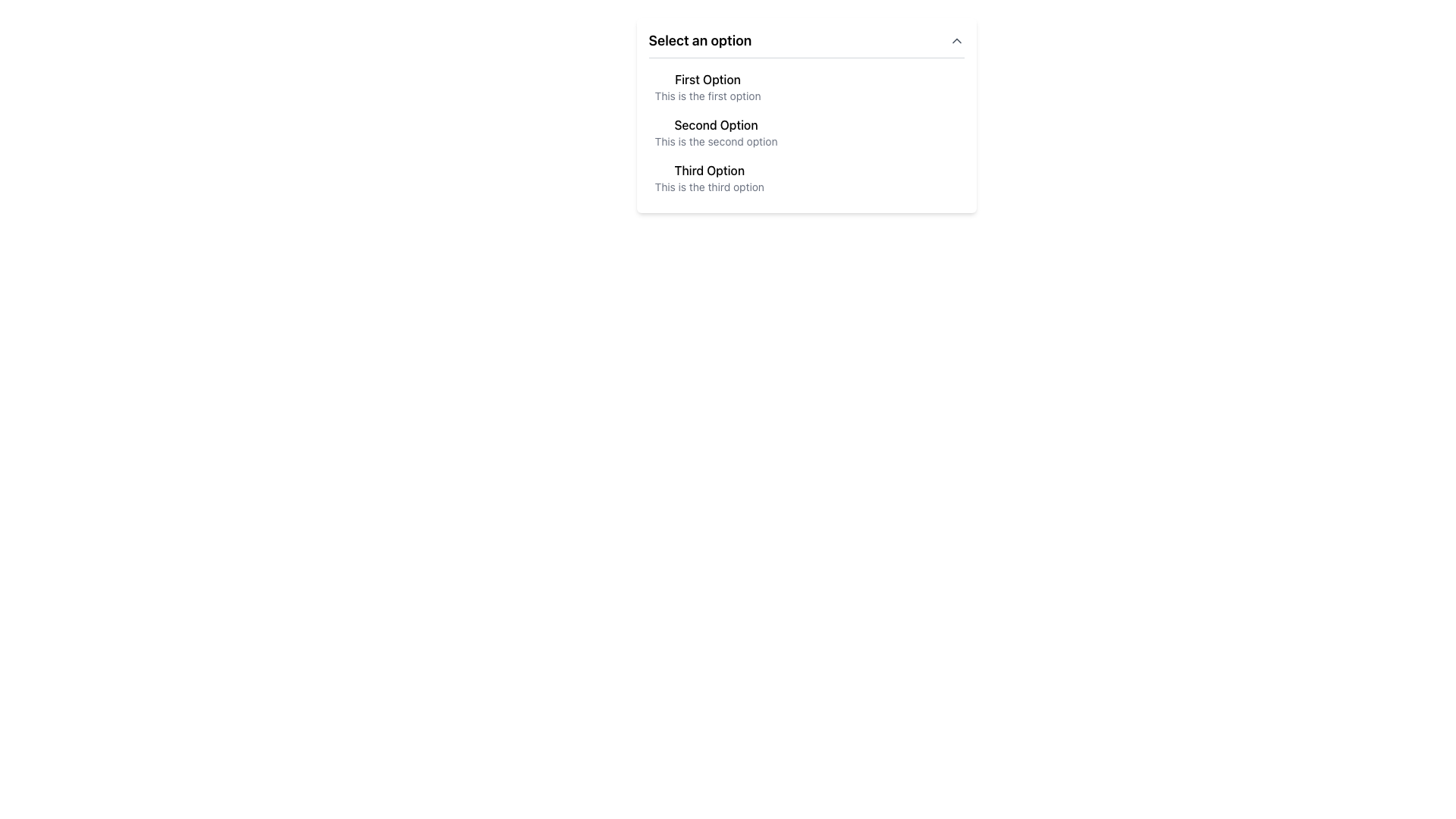 This screenshot has height=819, width=1456. Describe the element at coordinates (805, 177) in the screenshot. I see `the list item displaying 'Third Option' in a dropdown menu` at that location.